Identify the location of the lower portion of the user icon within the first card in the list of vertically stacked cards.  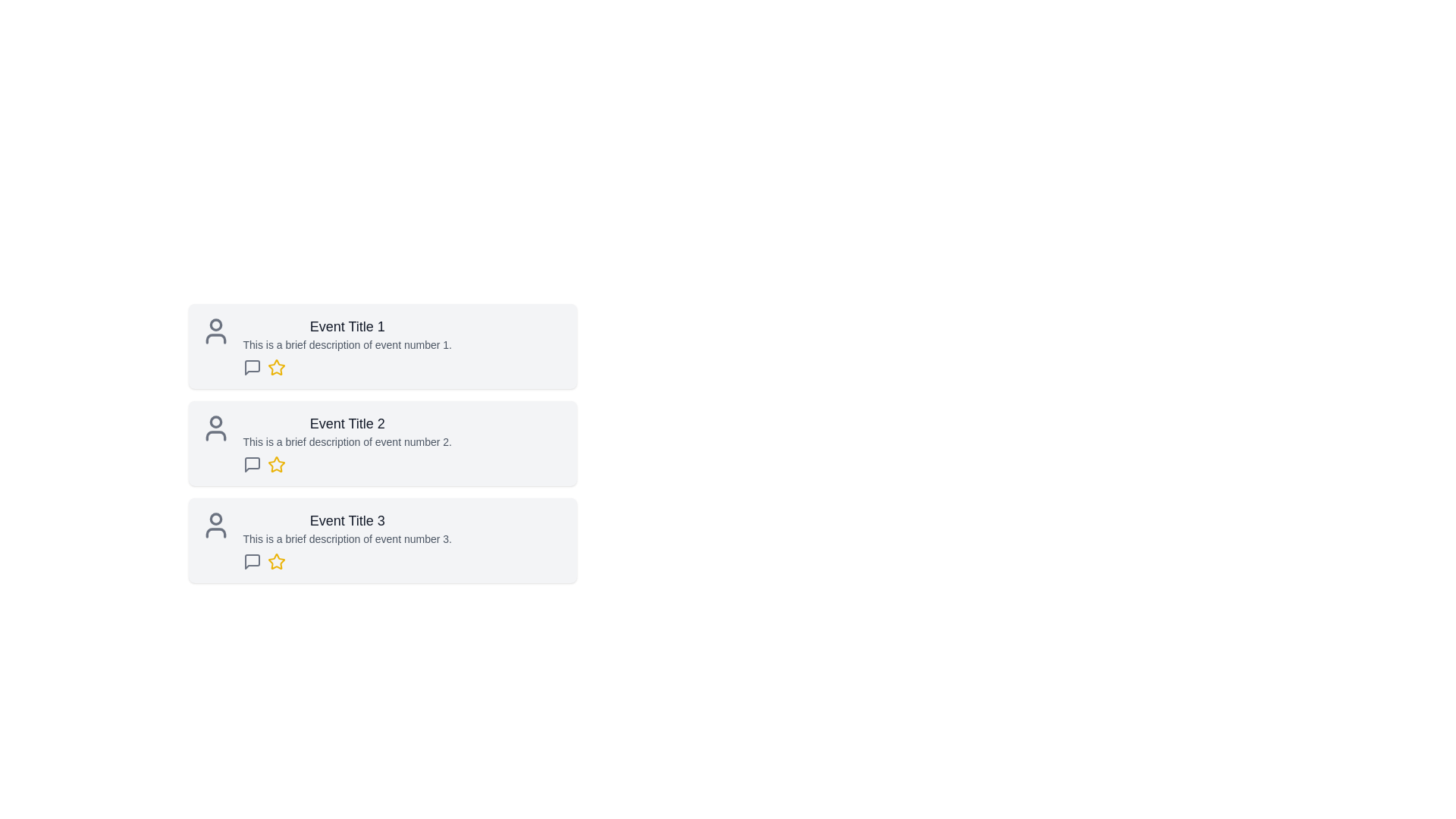
(215, 338).